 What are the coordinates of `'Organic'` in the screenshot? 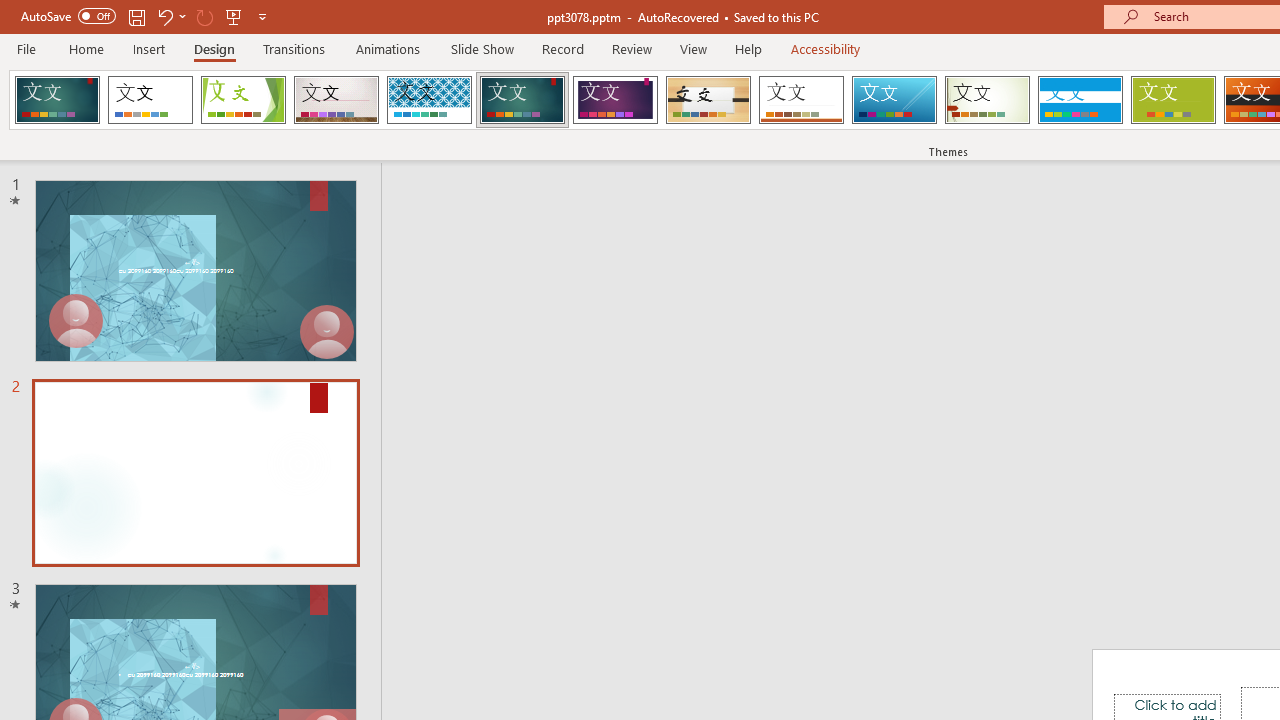 It's located at (708, 100).